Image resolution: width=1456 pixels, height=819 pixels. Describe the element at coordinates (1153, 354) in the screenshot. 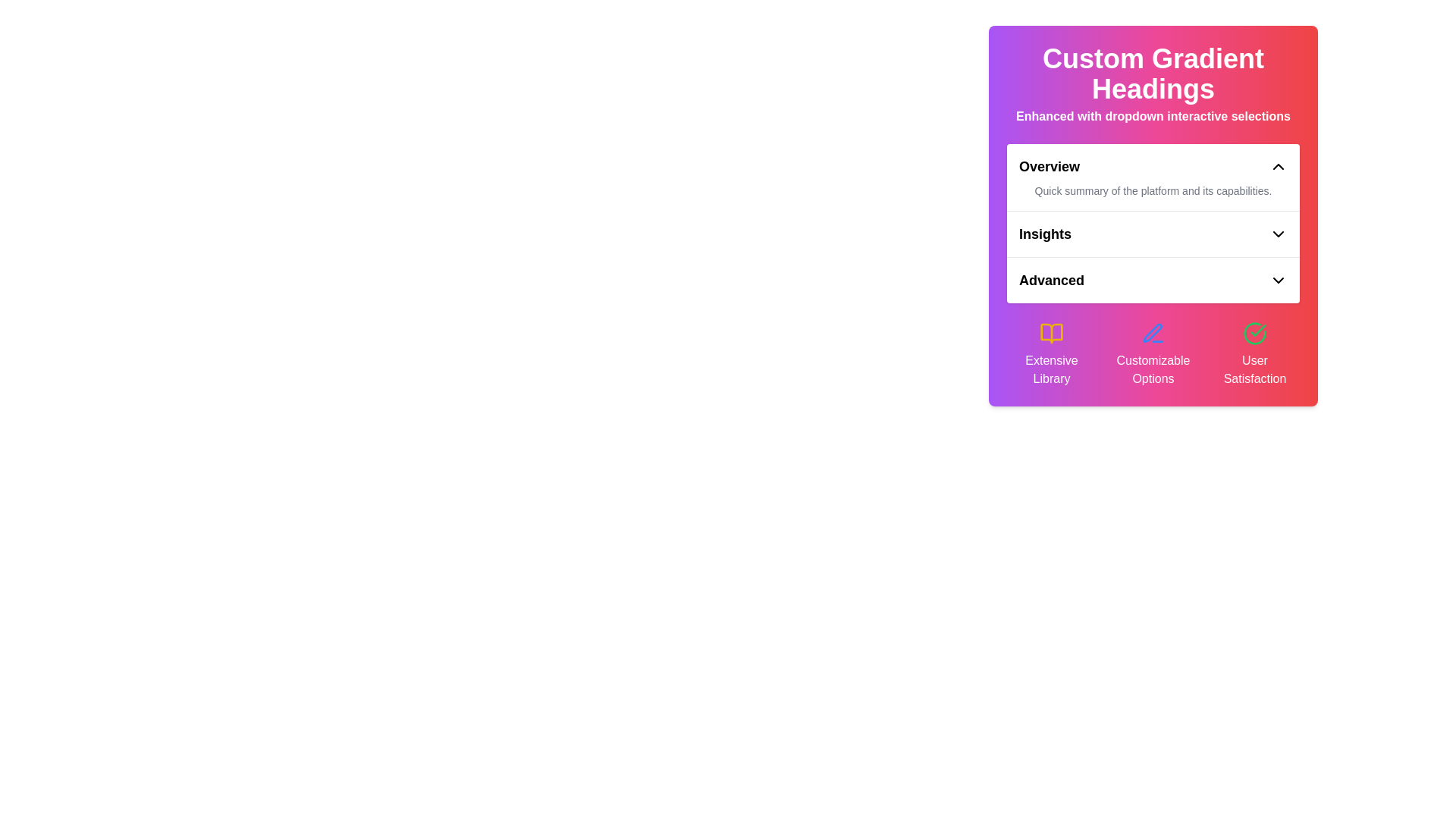

I see `the Informational button located in the middle column of the three-column layout at the bottom of the interface` at that location.